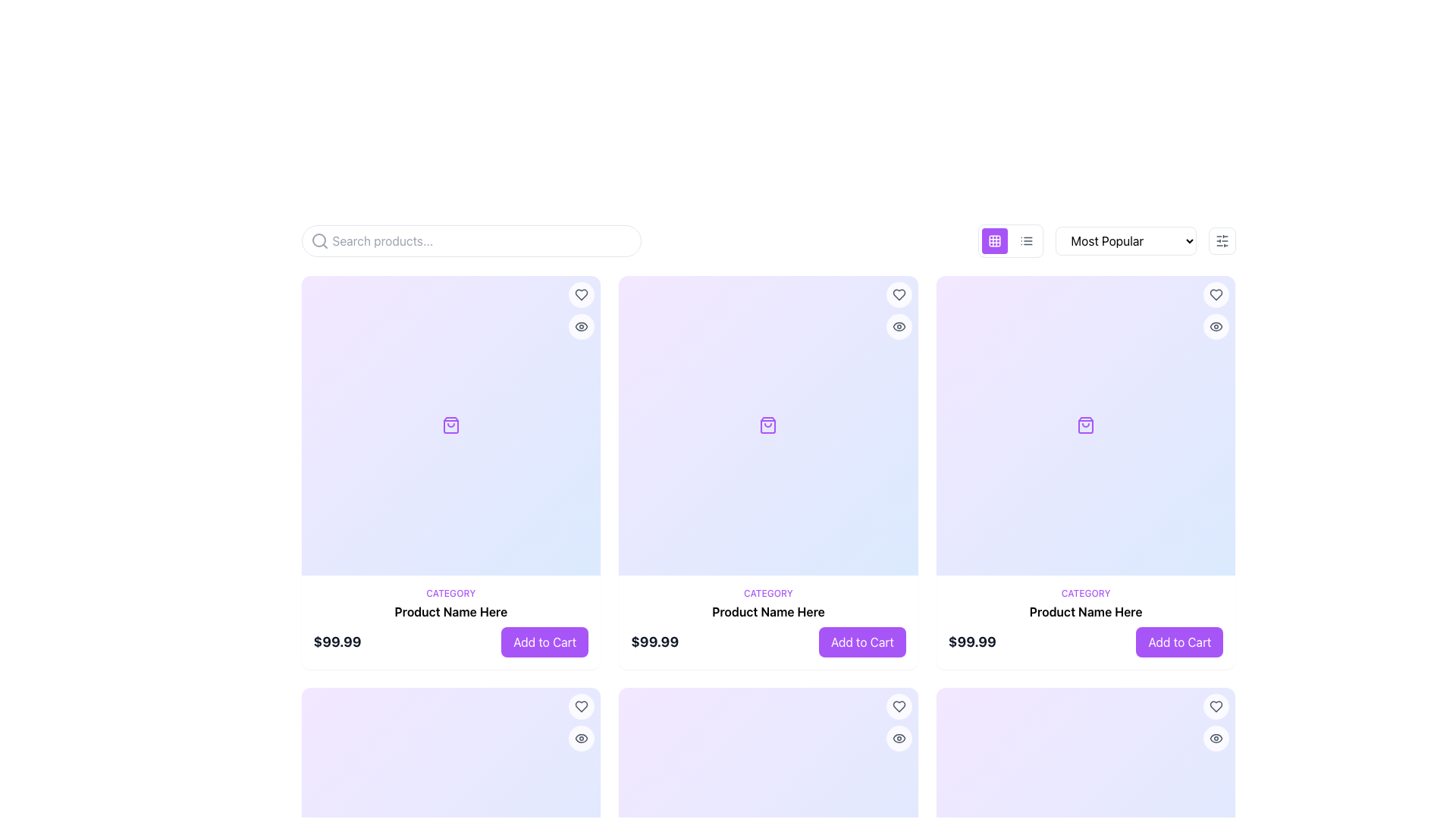  I want to click on the heart-shaped icon in the upper-right corner of the product card in the second column to mark it as a favorite, so click(1216, 706).